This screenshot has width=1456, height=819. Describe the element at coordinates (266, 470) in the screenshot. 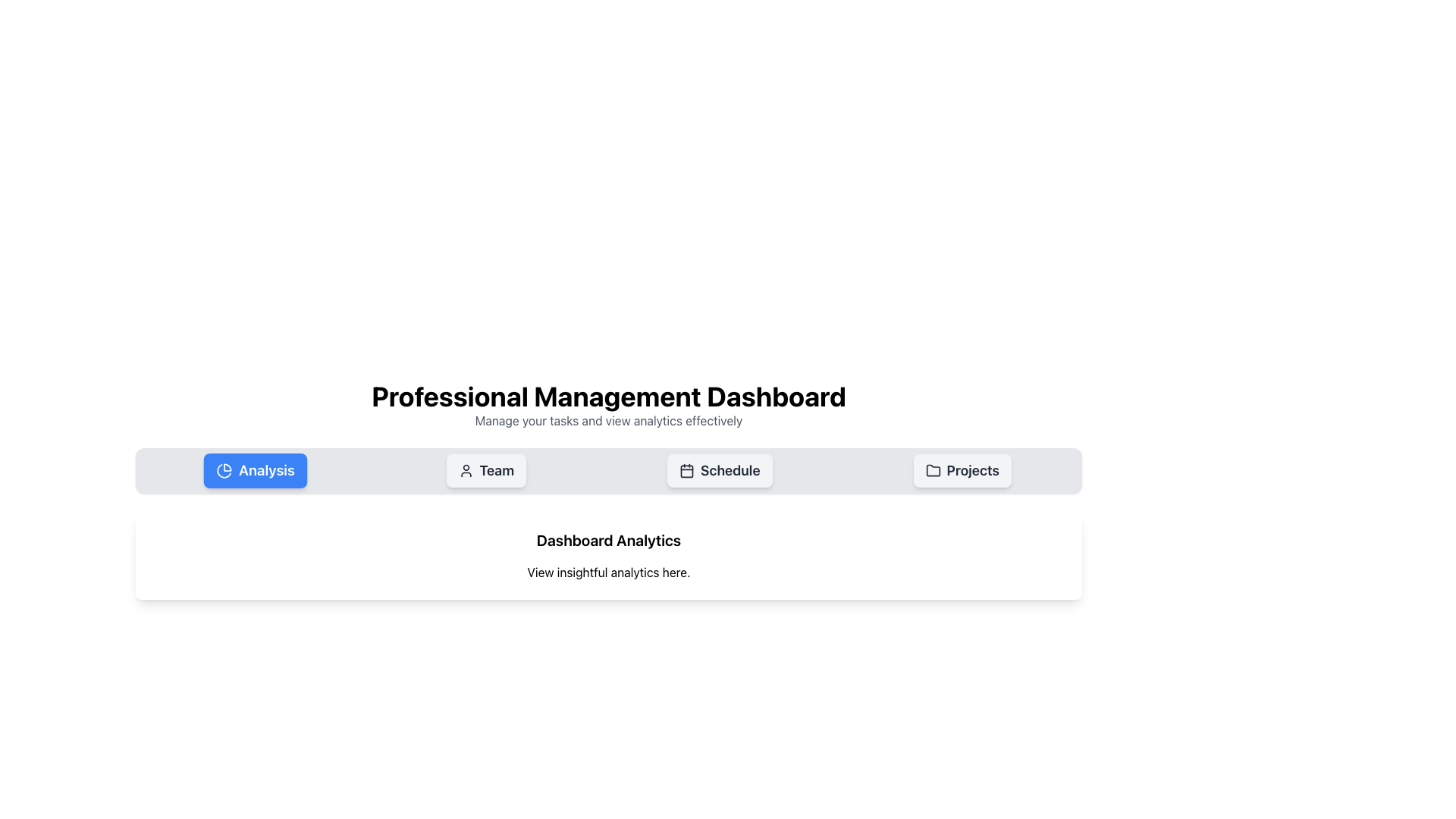

I see `text 'Analysis' from the blue button labeled 'Analysis' located in the menu bar at the top of the page` at that location.